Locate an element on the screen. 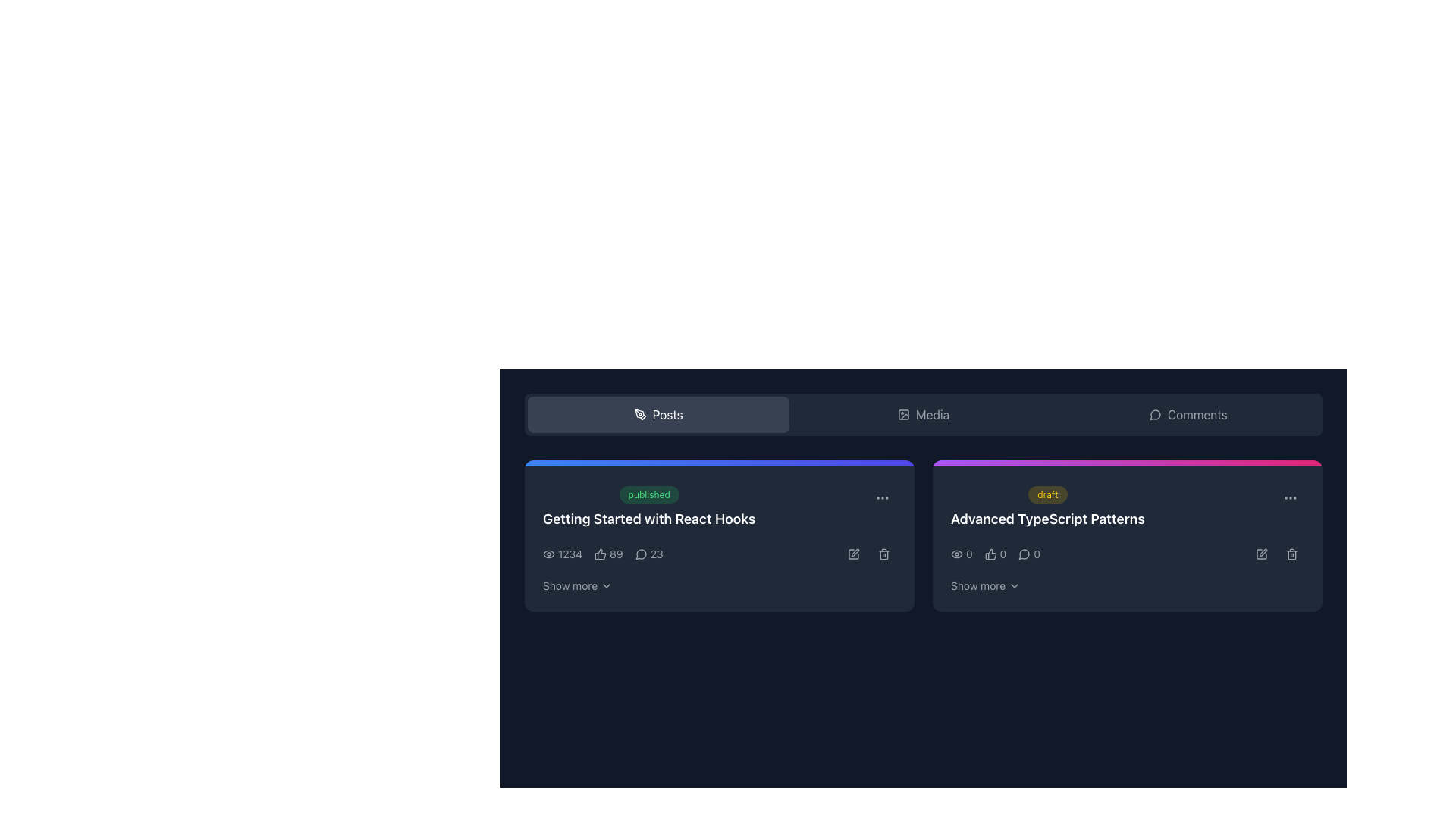 This screenshot has height=819, width=1456. the small button with a gray pen icon located in the lower-right corner of the 'Advanced TypeScript Patterns' card is located at coordinates (1262, 554).